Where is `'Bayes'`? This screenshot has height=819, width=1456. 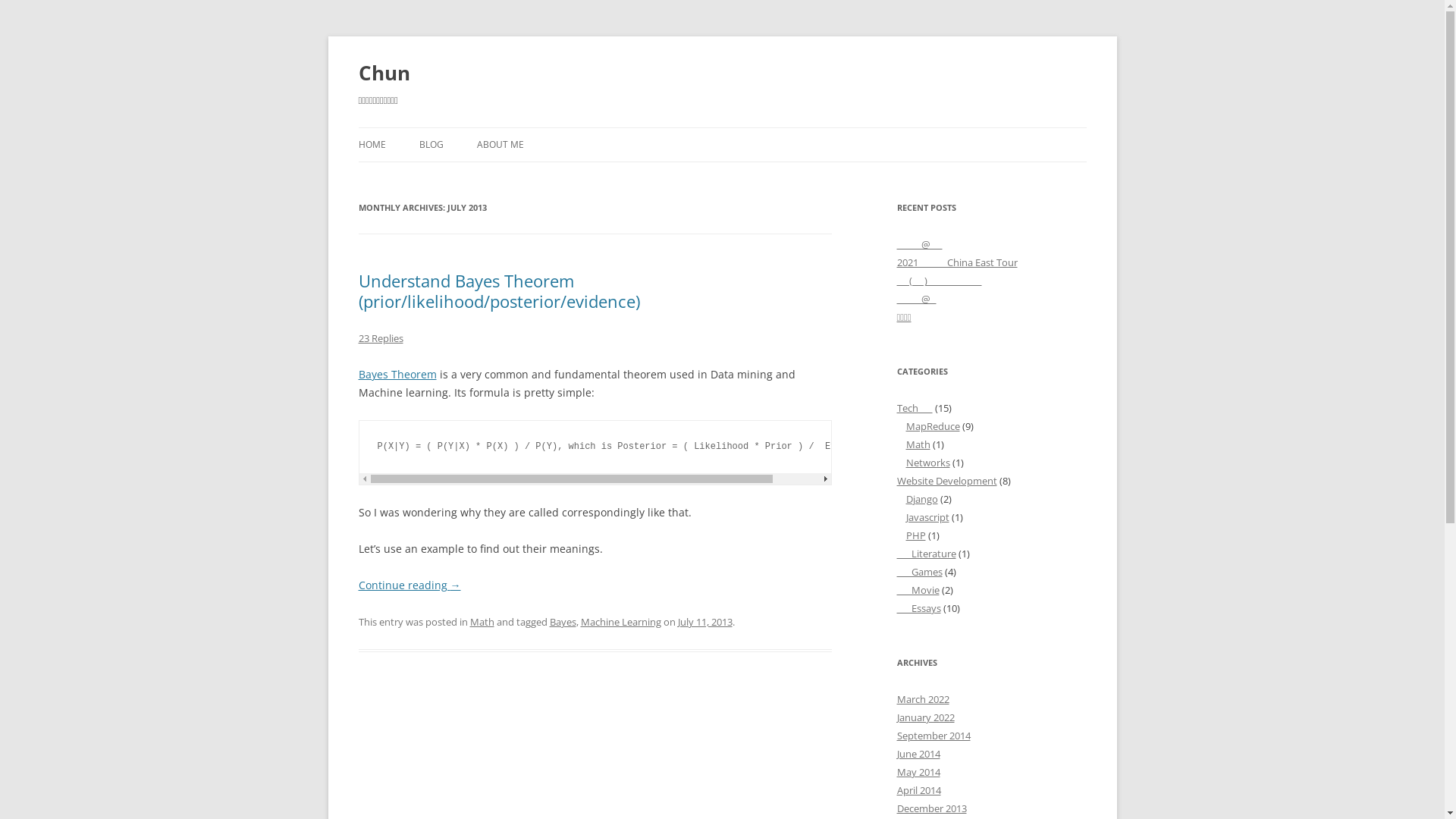
'Bayes' is located at coordinates (561, 622).